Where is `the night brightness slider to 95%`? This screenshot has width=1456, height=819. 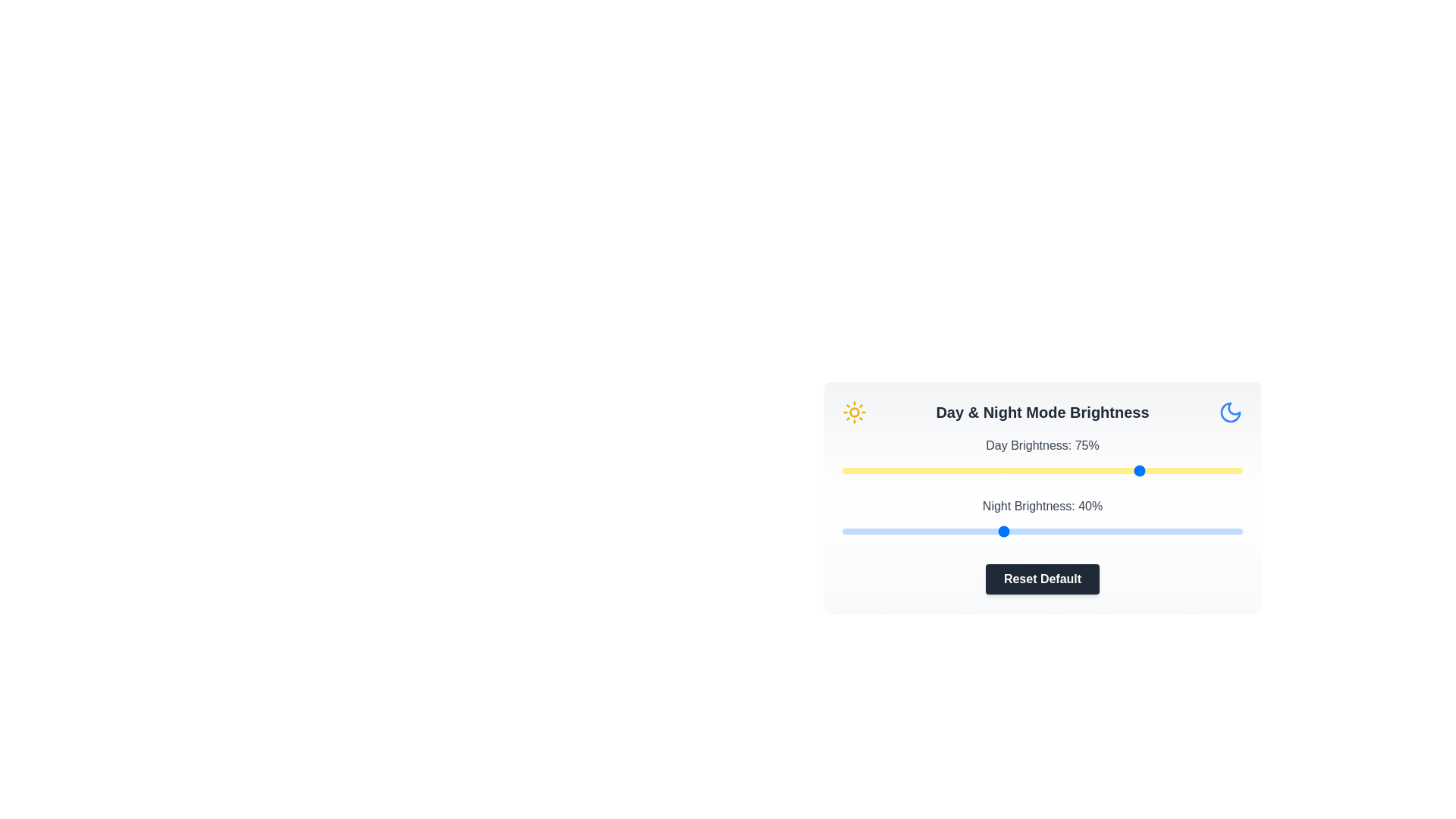 the night brightness slider to 95% is located at coordinates (1222, 531).